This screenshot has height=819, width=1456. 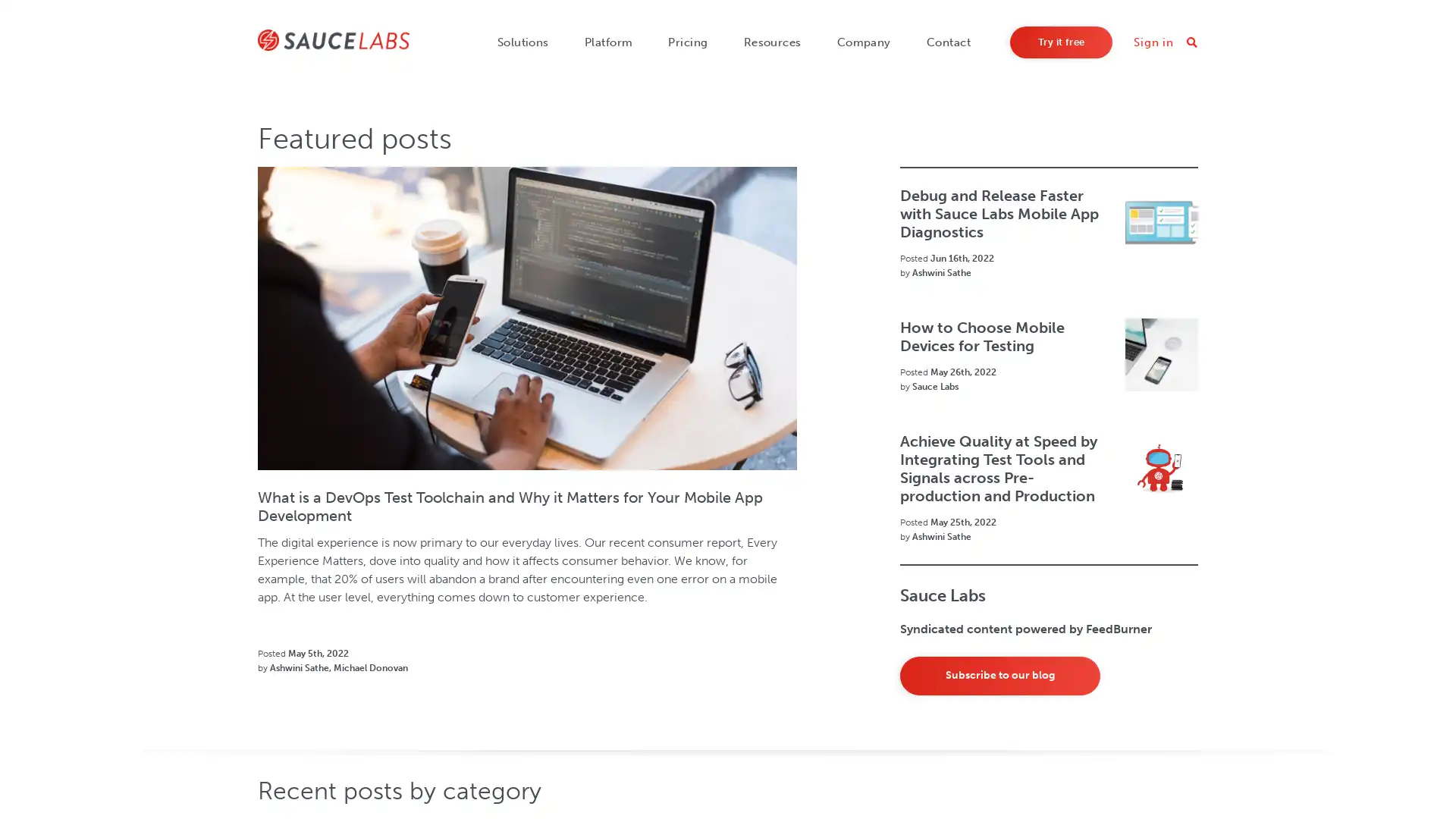 What do you see at coordinates (1183, 773) in the screenshot?
I see `Accept All and Continue` at bounding box center [1183, 773].